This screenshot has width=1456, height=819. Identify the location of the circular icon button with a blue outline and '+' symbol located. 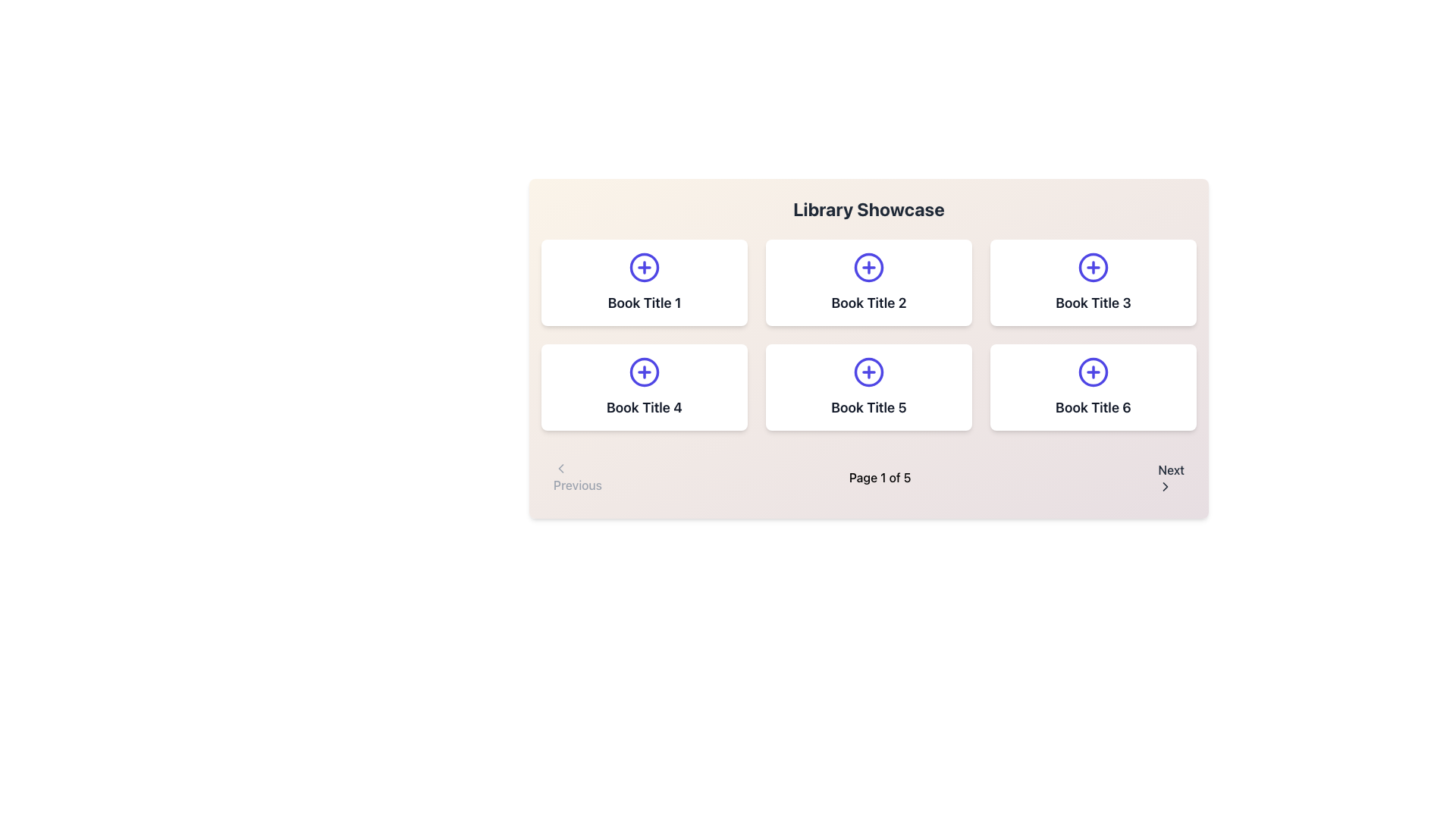
(1093, 372).